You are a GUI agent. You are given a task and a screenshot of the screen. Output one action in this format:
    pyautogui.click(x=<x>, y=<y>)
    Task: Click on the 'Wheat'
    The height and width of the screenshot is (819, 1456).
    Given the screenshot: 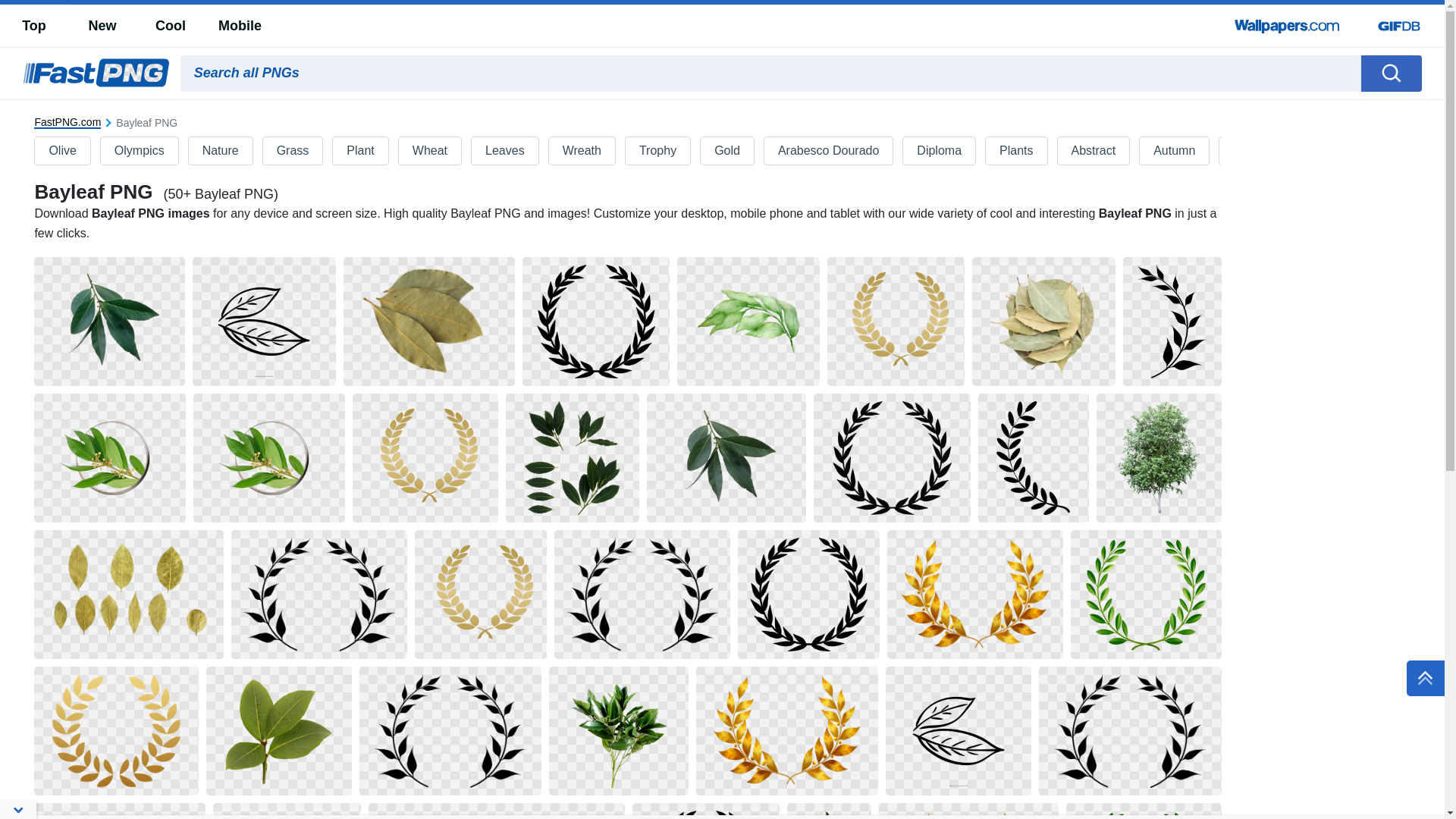 What is the action you would take?
    pyautogui.click(x=428, y=151)
    